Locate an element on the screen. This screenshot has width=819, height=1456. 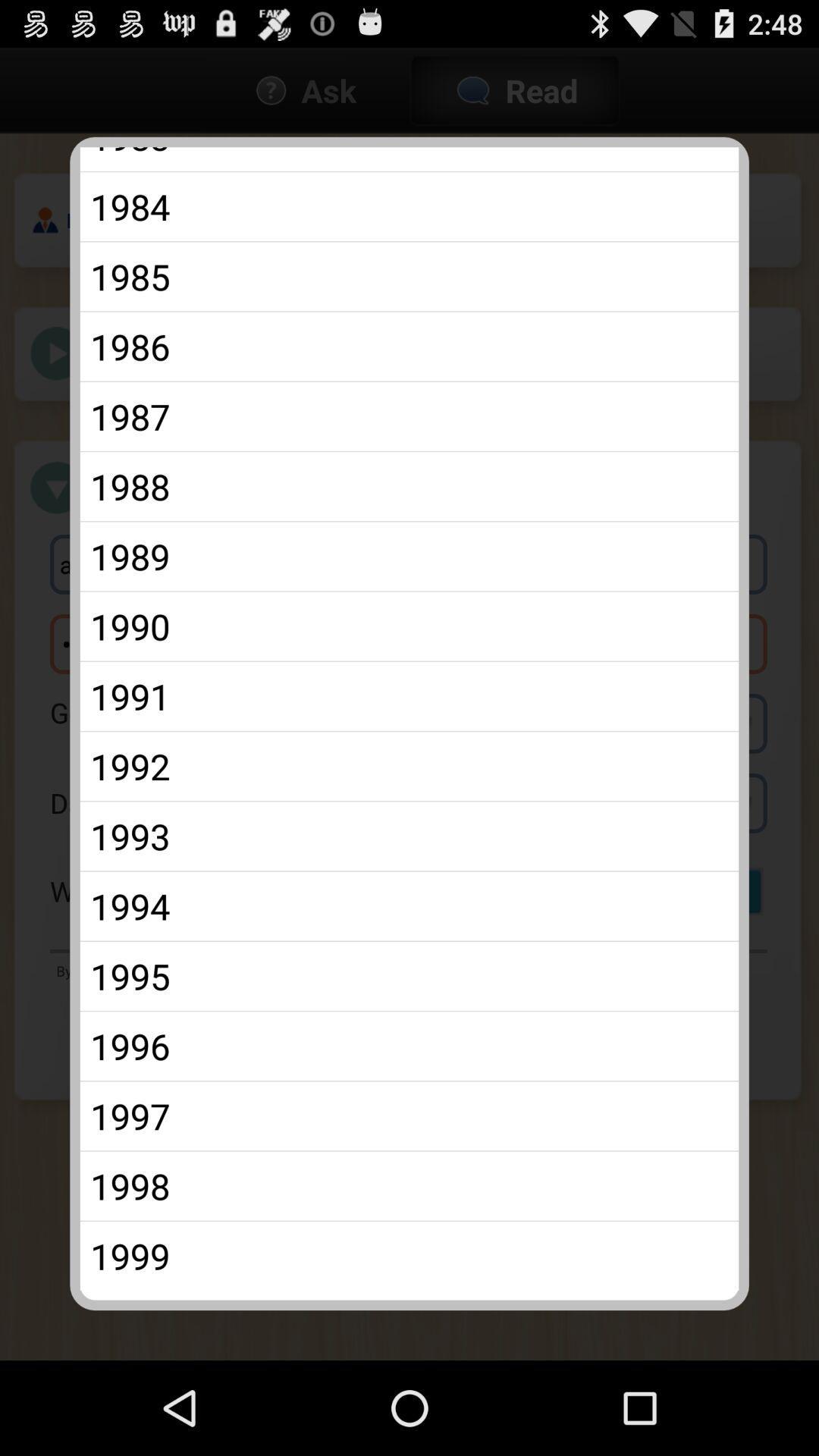
the item above the 1995 is located at coordinates (409, 906).